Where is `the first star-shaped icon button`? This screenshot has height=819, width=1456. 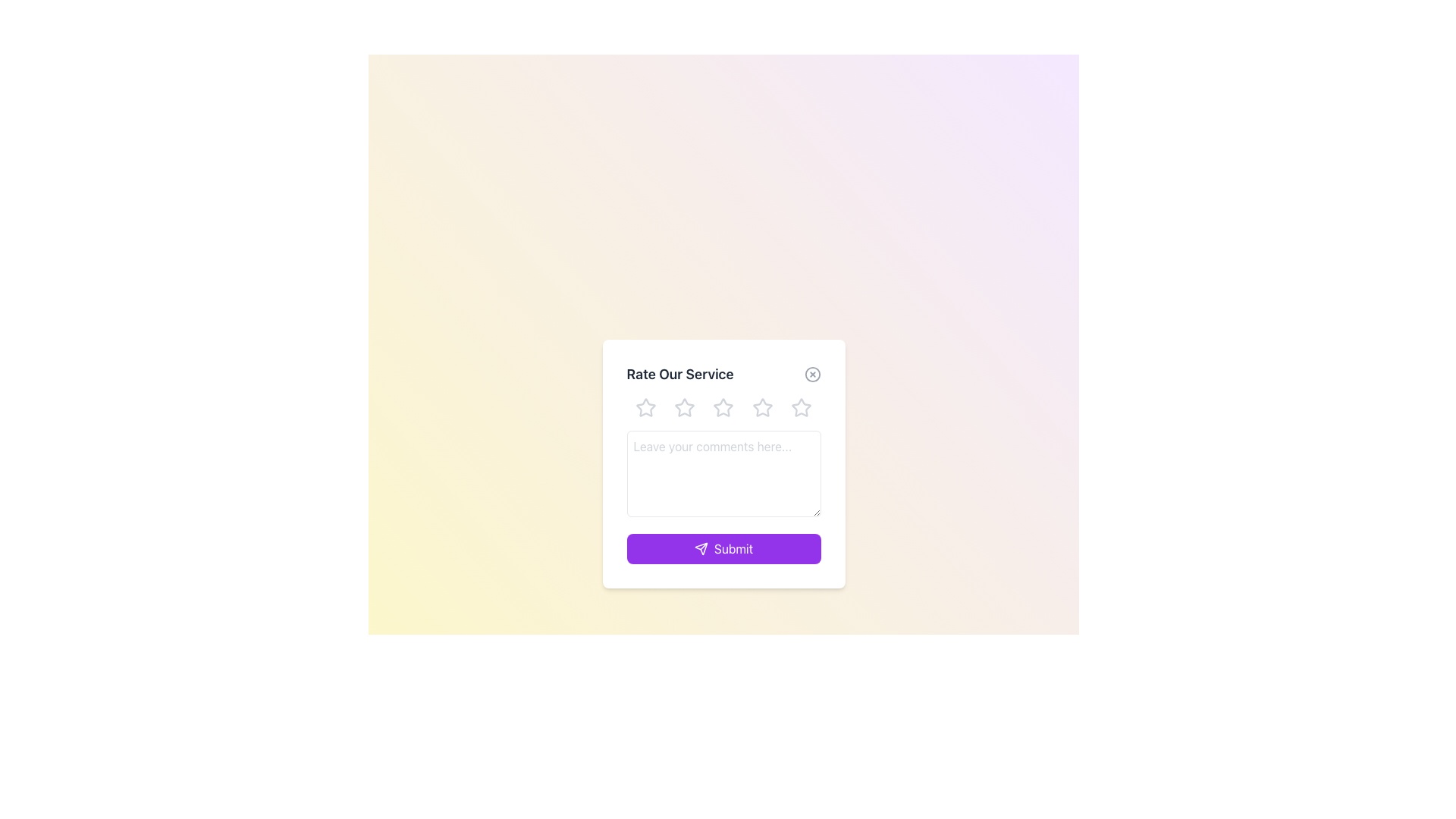 the first star-shaped icon button is located at coordinates (645, 406).